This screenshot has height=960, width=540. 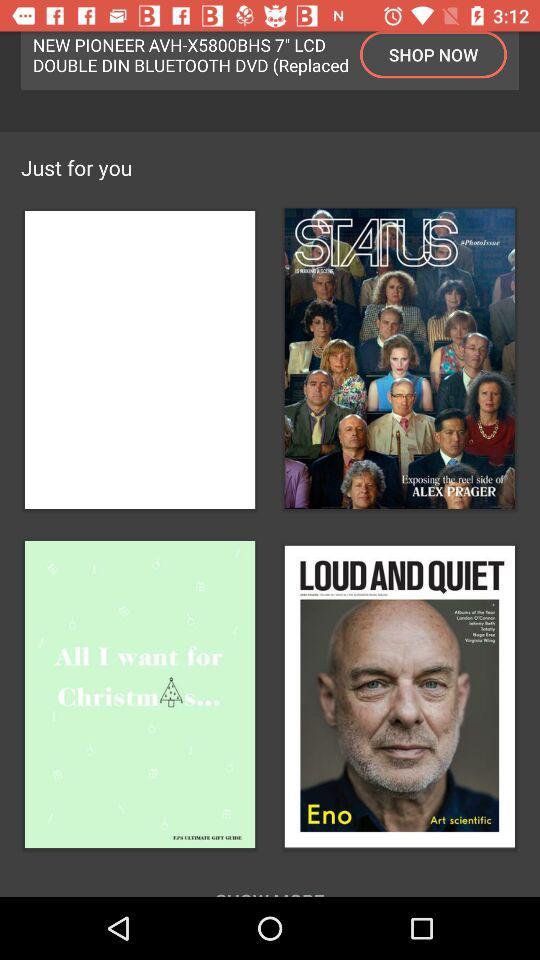 What do you see at coordinates (191, 53) in the screenshot?
I see `item above the just for you` at bounding box center [191, 53].